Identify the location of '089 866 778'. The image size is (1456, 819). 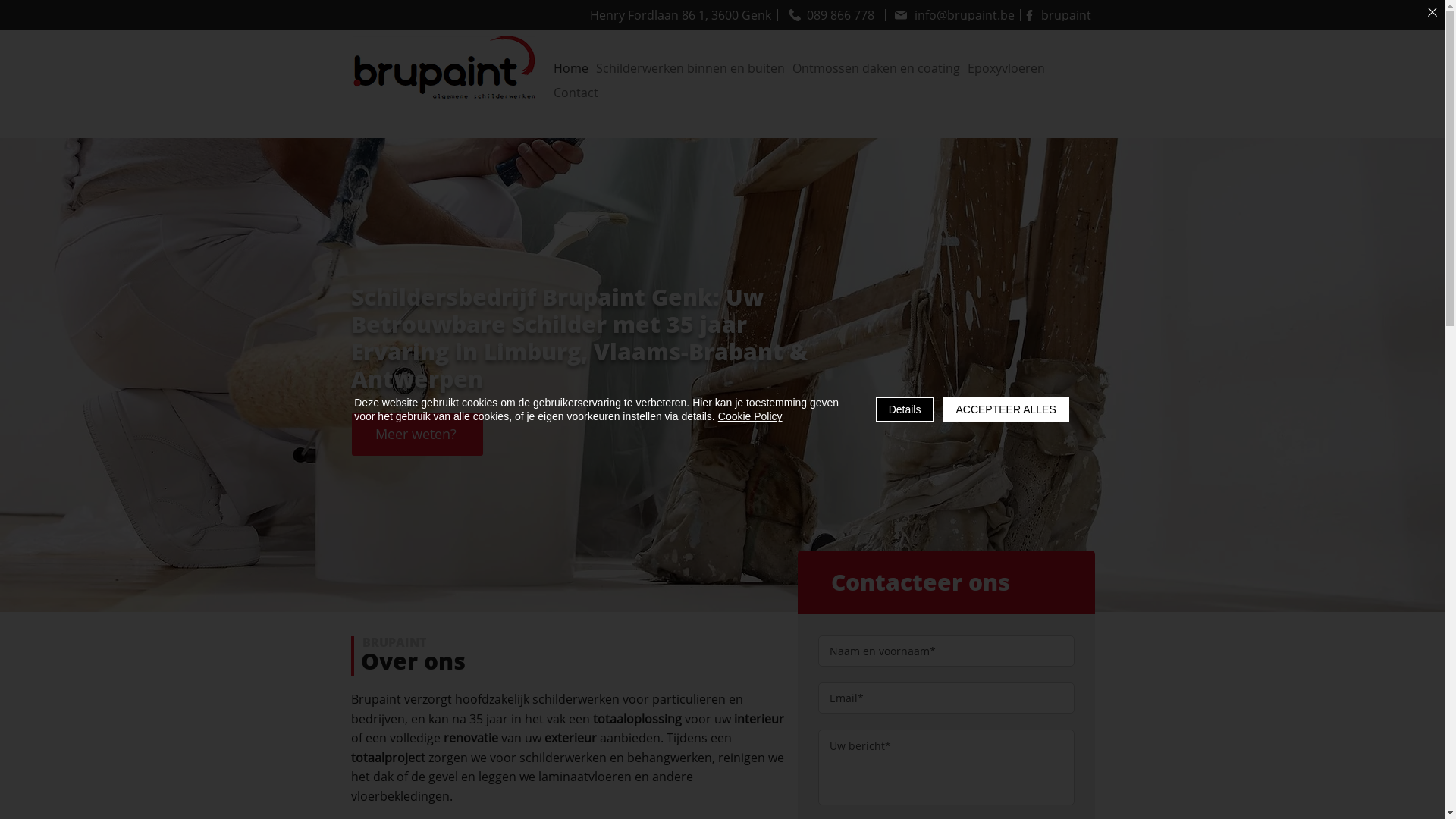
(776, 14).